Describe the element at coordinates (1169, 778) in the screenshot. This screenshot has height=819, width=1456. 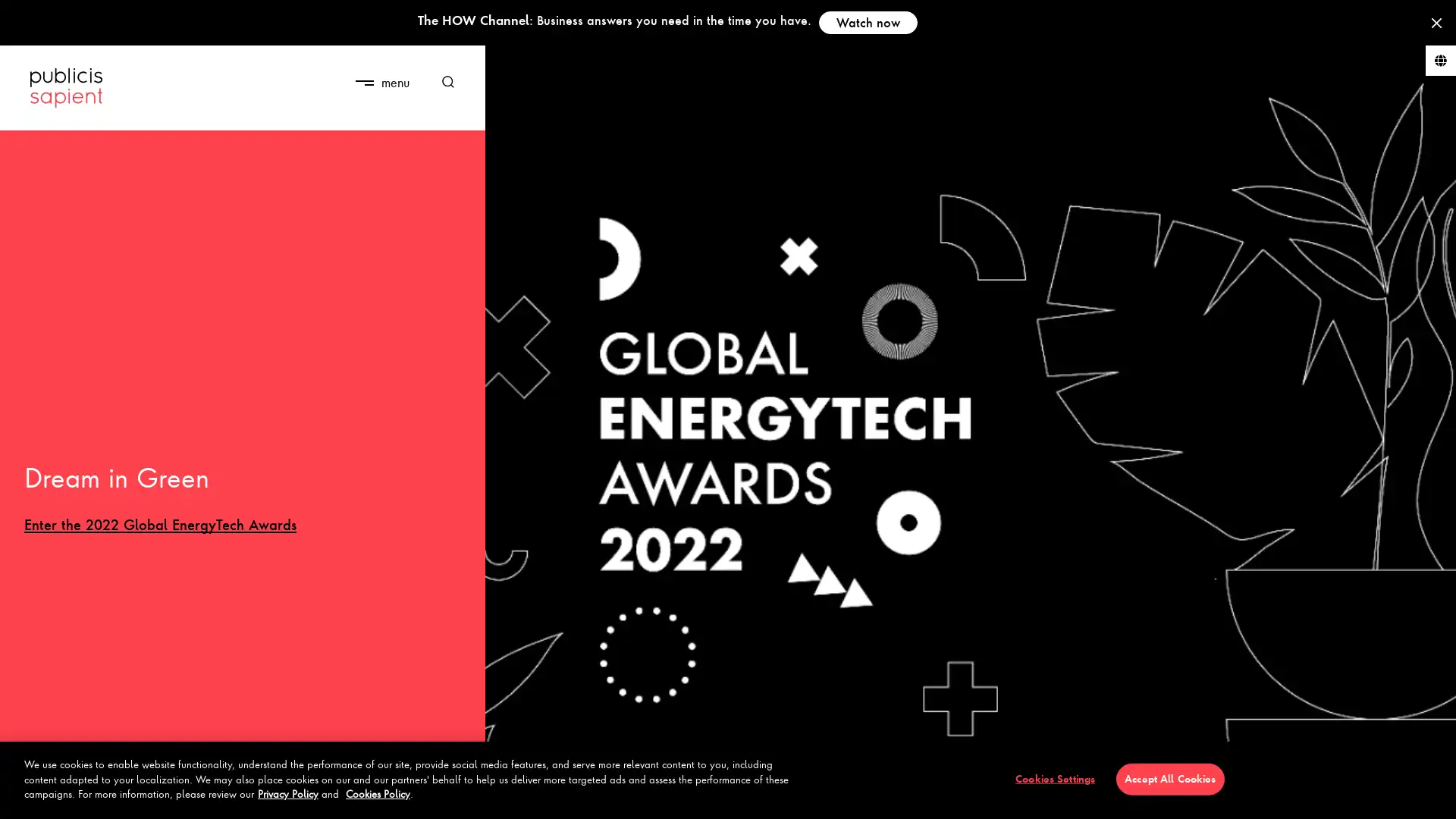
I see `Accept All Cookies` at that location.